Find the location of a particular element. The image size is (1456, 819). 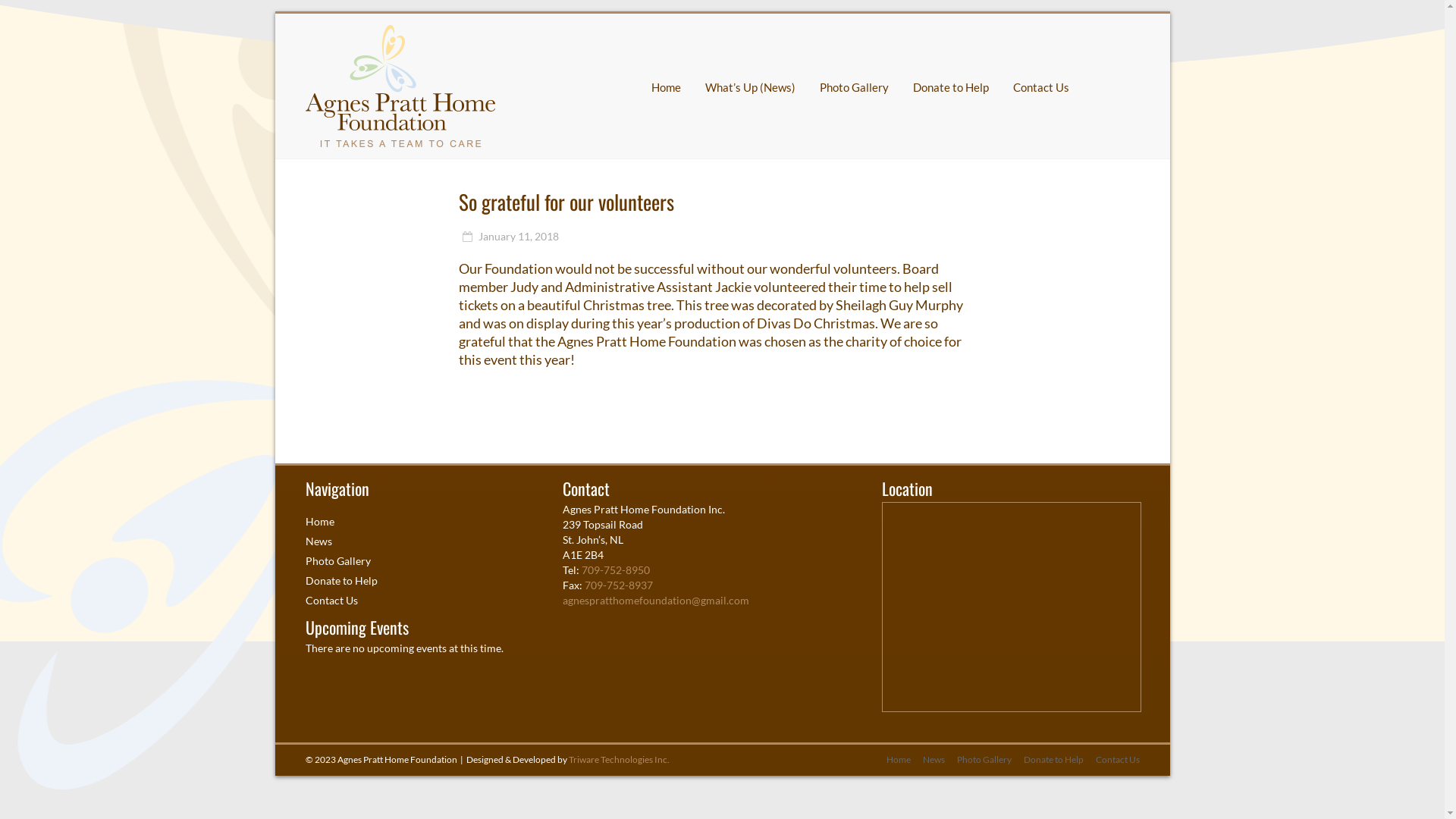

'709-752-8937' is located at coordinates (619, 584).